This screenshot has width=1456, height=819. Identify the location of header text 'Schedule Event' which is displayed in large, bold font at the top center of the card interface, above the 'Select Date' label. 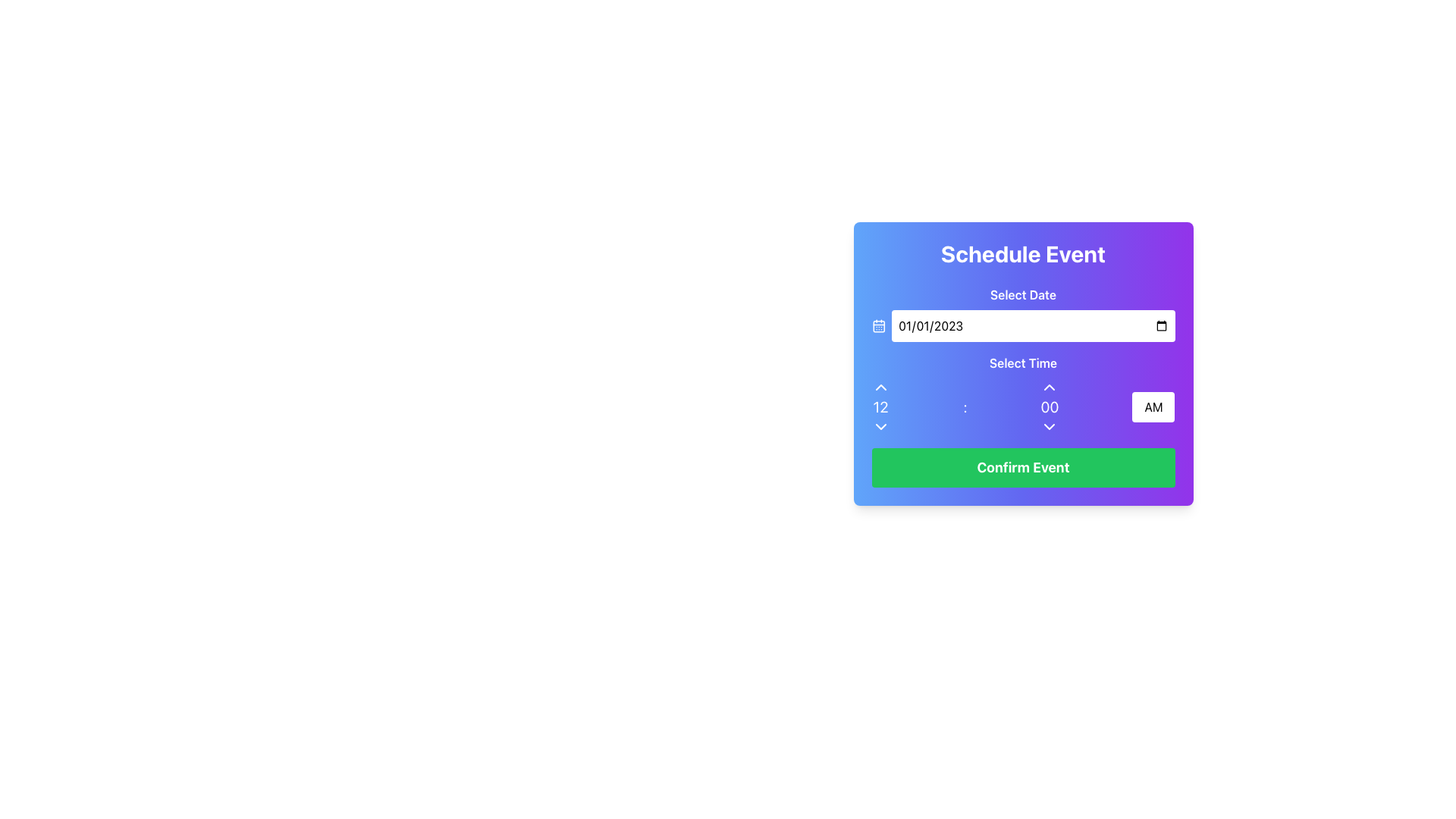
(1023, 253).